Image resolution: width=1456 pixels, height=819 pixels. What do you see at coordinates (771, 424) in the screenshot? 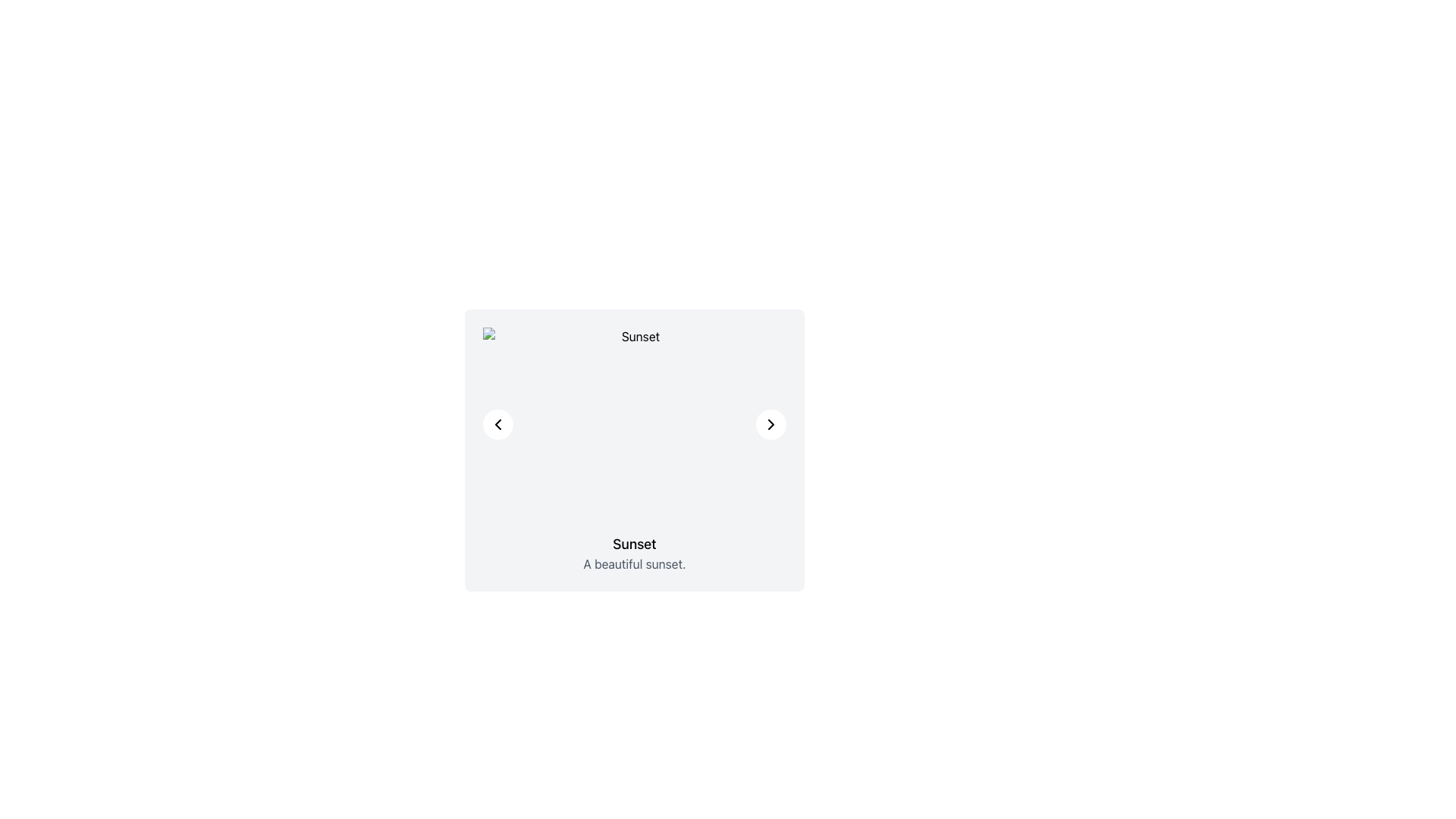
I see `the small right arrow icon located in the top-right section of the card layout, which is part of the navigation control` at bounding box center [771, 424].